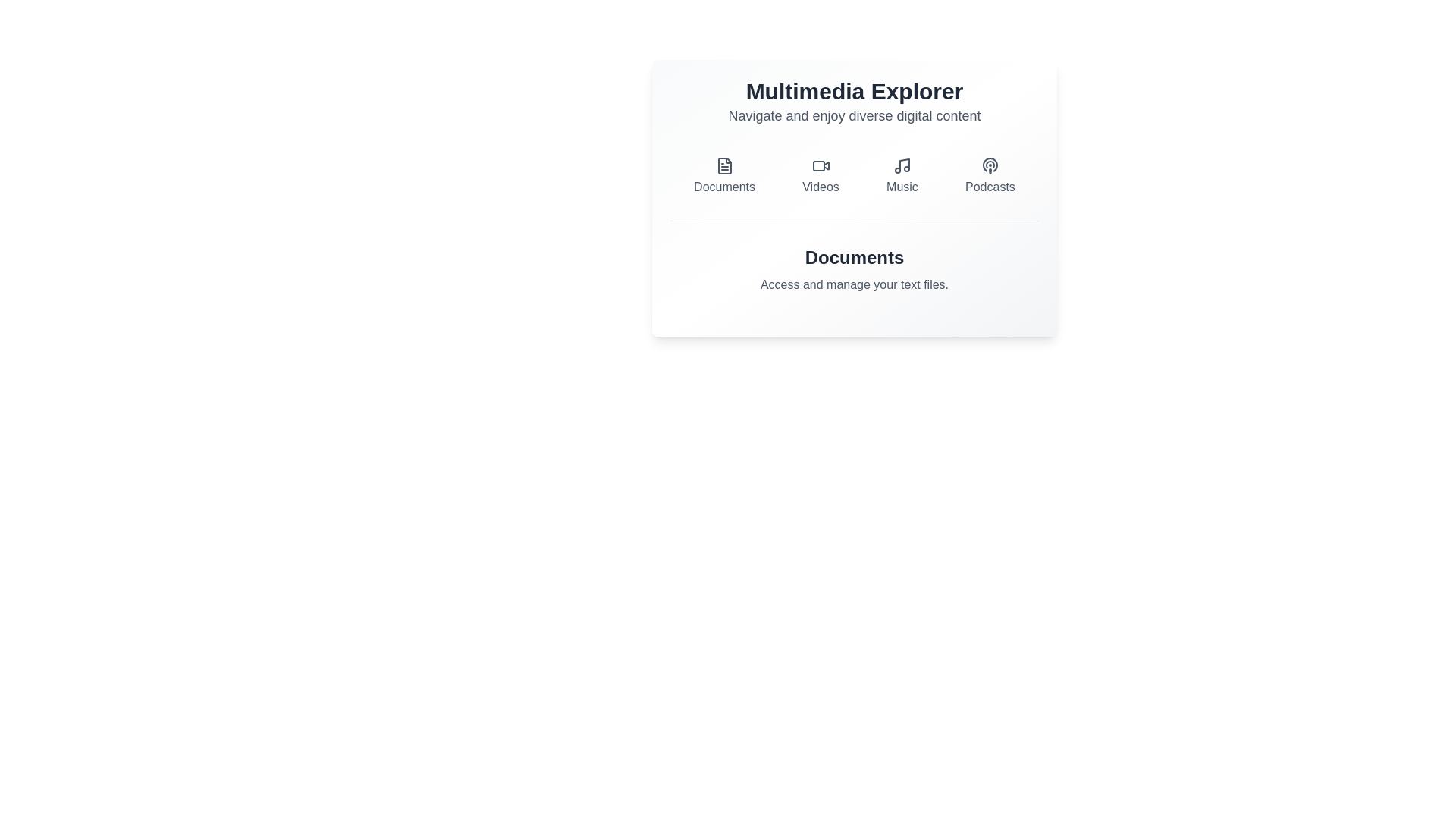 This screenshot has height=819, width=1456. Describe the element at coordinates (820, 175) in the screenshot. I see `the Videos button to switch to the corresponding tab` at that location.